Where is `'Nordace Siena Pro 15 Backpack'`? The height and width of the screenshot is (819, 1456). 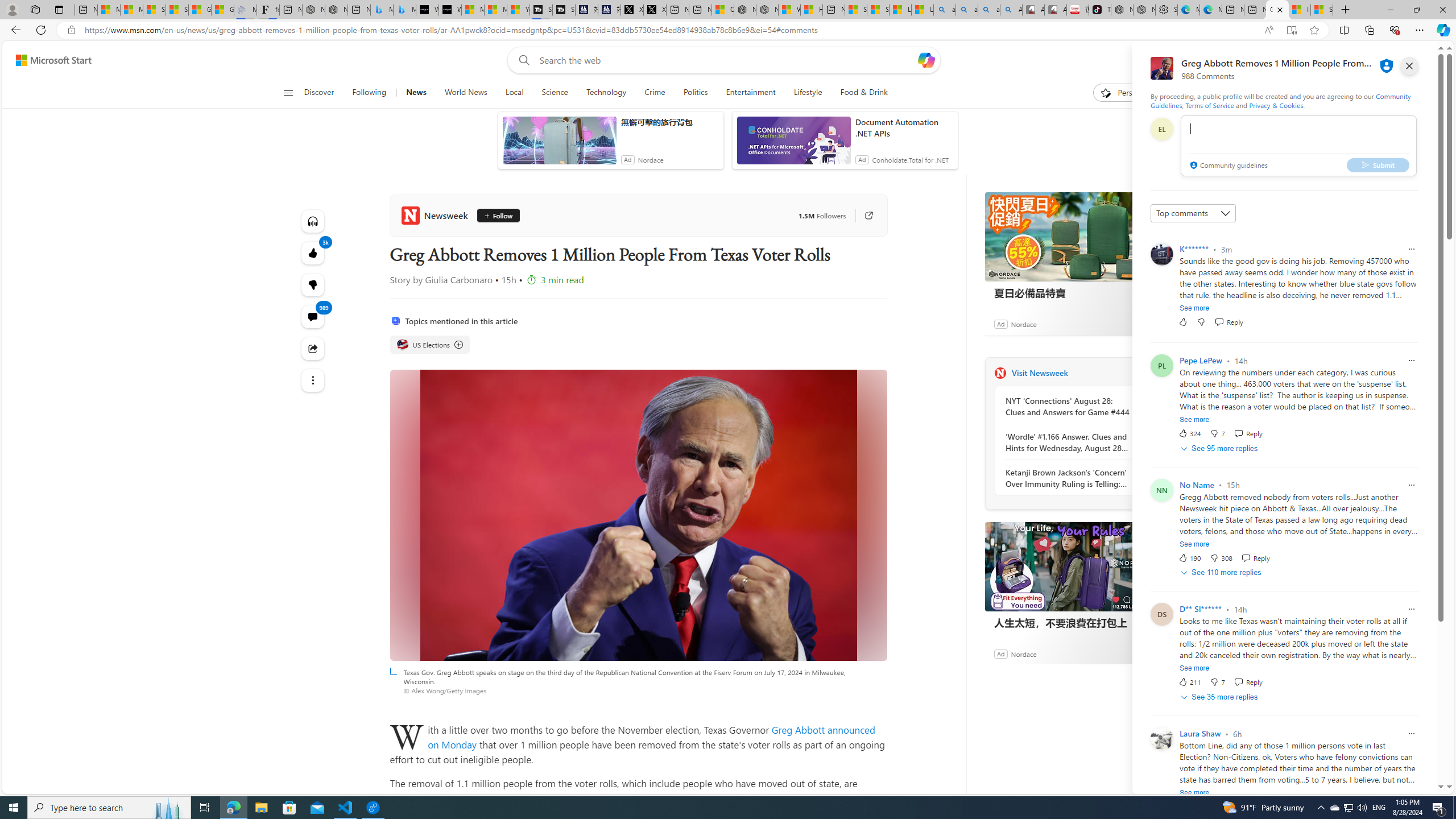
'Nordace Siena Pro 15 Backpack' is located at coordinates (1144, 9).